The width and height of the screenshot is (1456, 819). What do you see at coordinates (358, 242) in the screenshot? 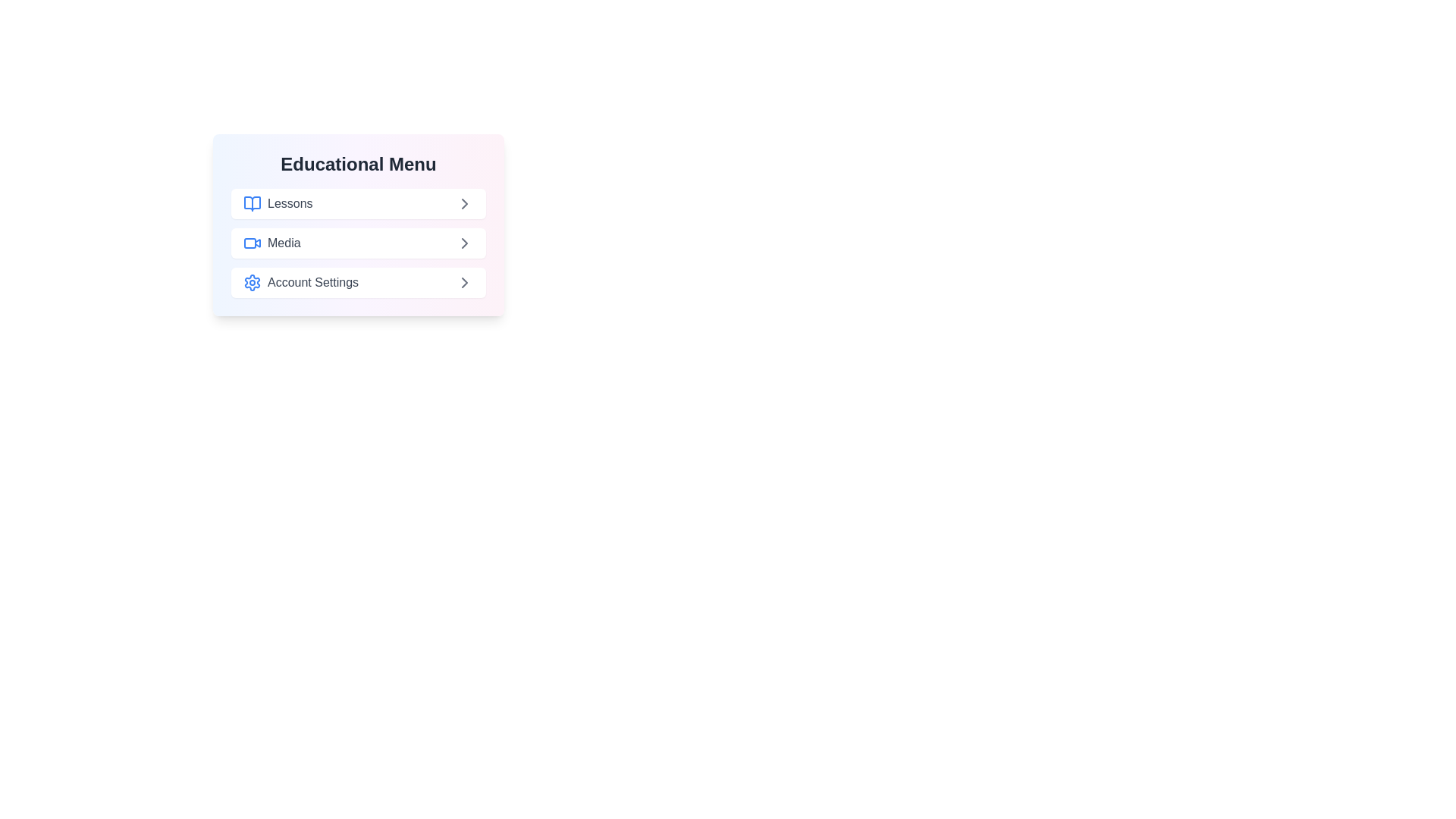
I see `the 'Media' button` at bounding box center [358, 242].